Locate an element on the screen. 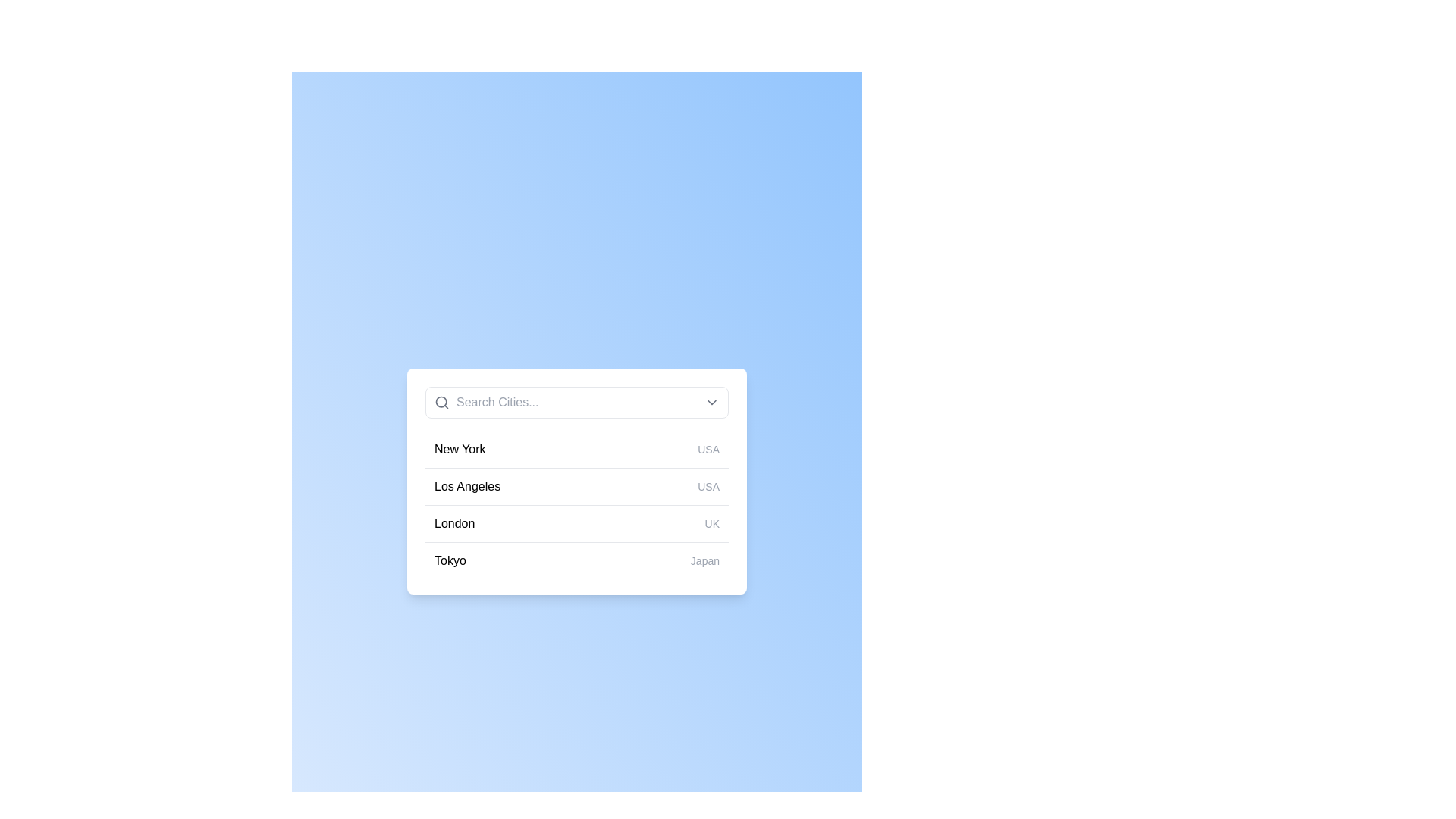 The height and width of the screenshot is (819, 1456). the selectable item 'Los Angeles' in the dropdown list is located at coordinates (466, 486).